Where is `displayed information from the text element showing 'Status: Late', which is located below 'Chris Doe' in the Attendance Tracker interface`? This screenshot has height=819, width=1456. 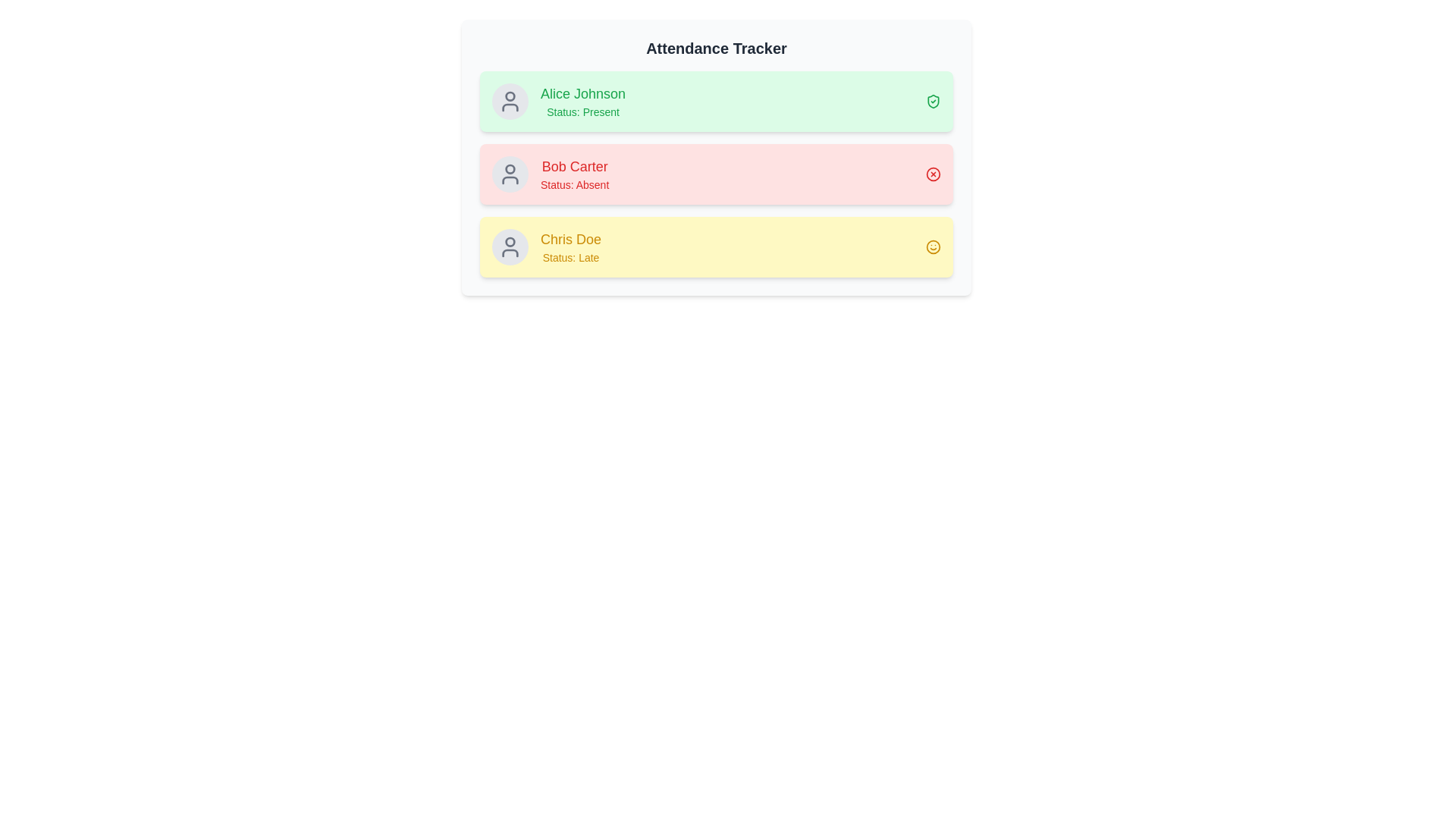 displayed information from the text element showing 'Status: Late', which is located below 'Chris Doe' in the Attendance Tracker interface is located at coordinates (570, 256).